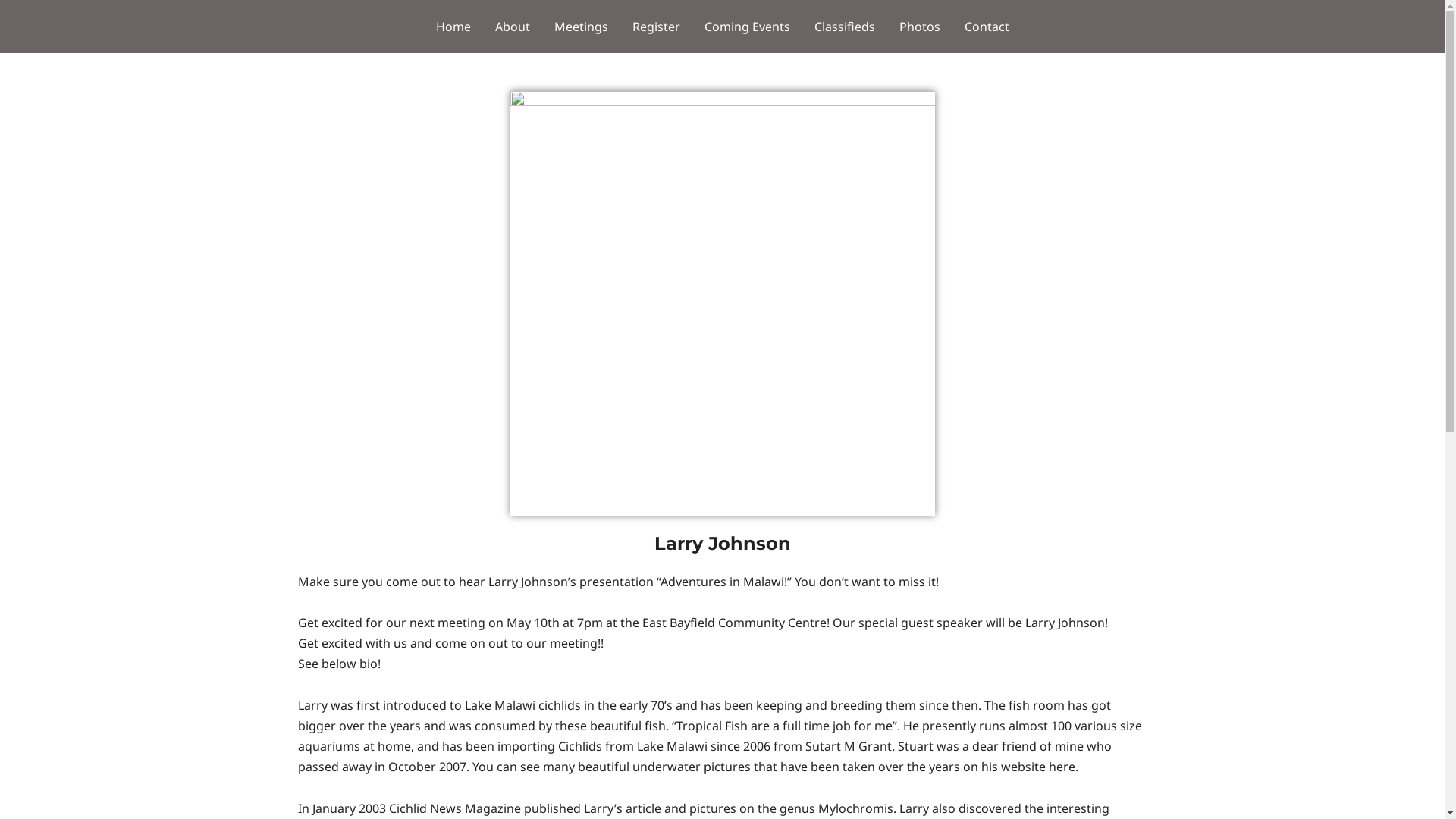  What do you see at coordinates (987, 26) in the screenshot?
I see `'Contact'` at bounding box center [987, 26].